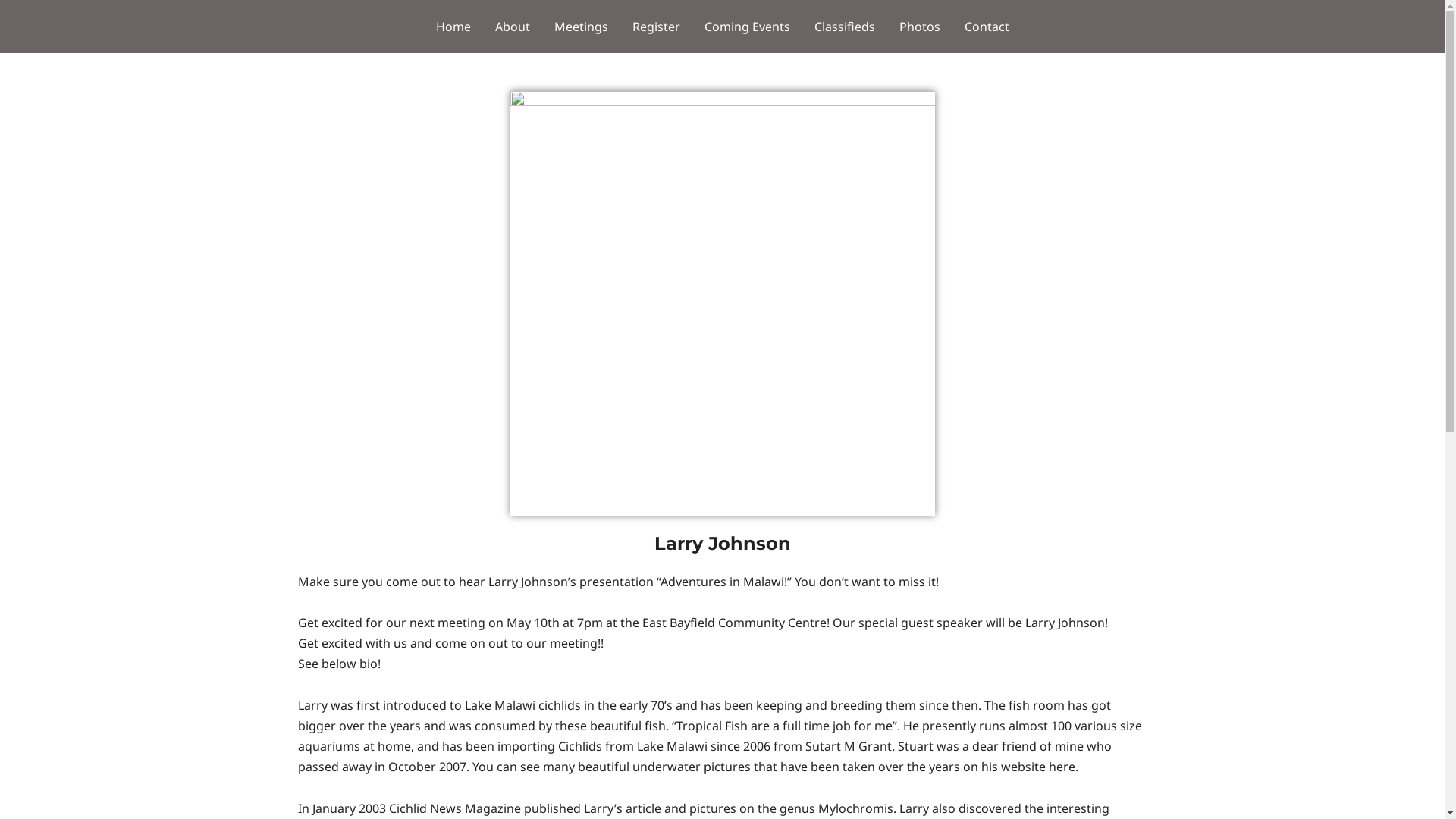  What do you see at coordinates (987, 26) in the screenshot?
I see `'Contact'` at bounding box center [987, 26].